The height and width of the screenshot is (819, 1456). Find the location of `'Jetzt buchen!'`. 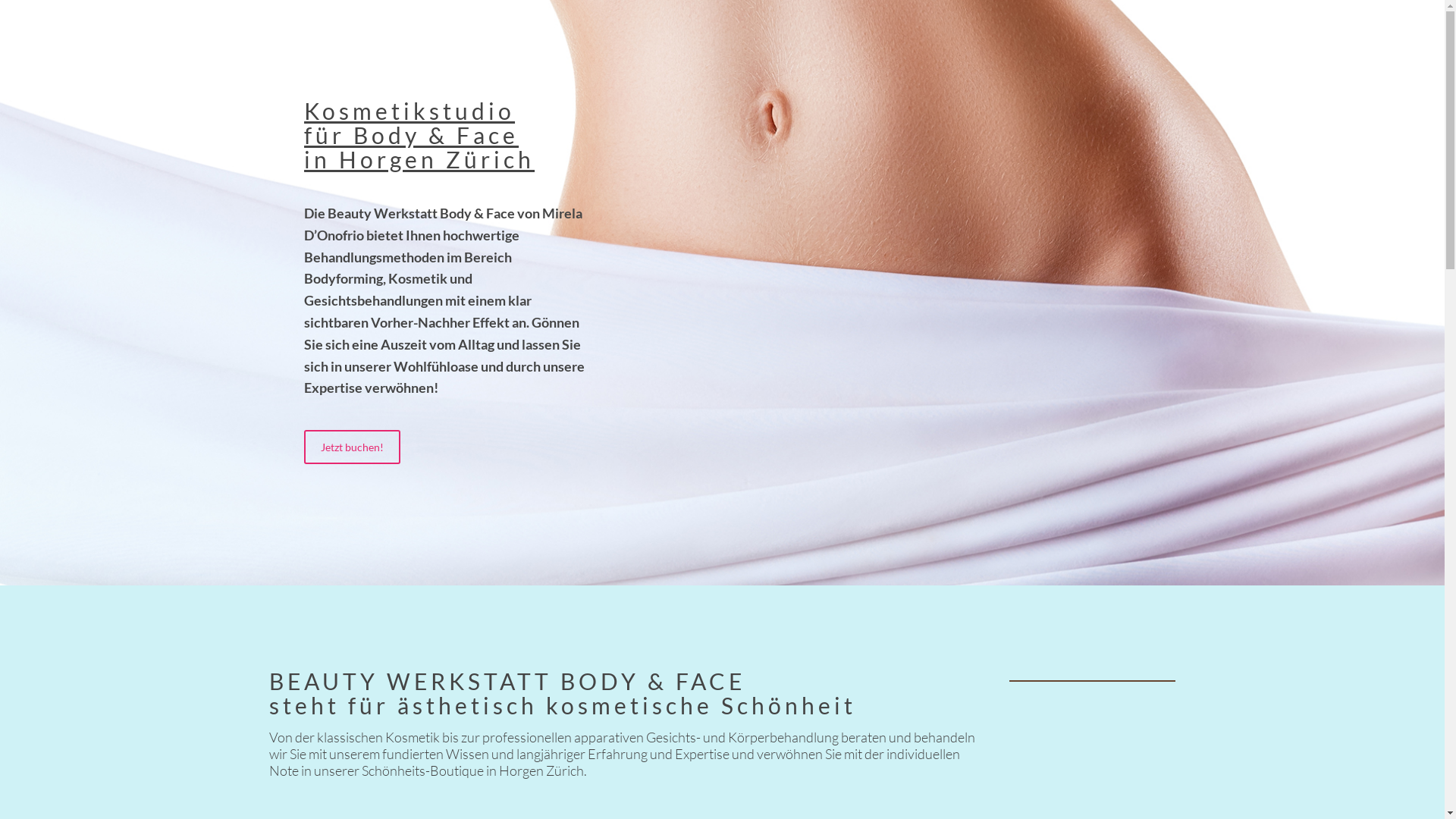

'Jetzt buchen!' is located at coordinates (351, 446).